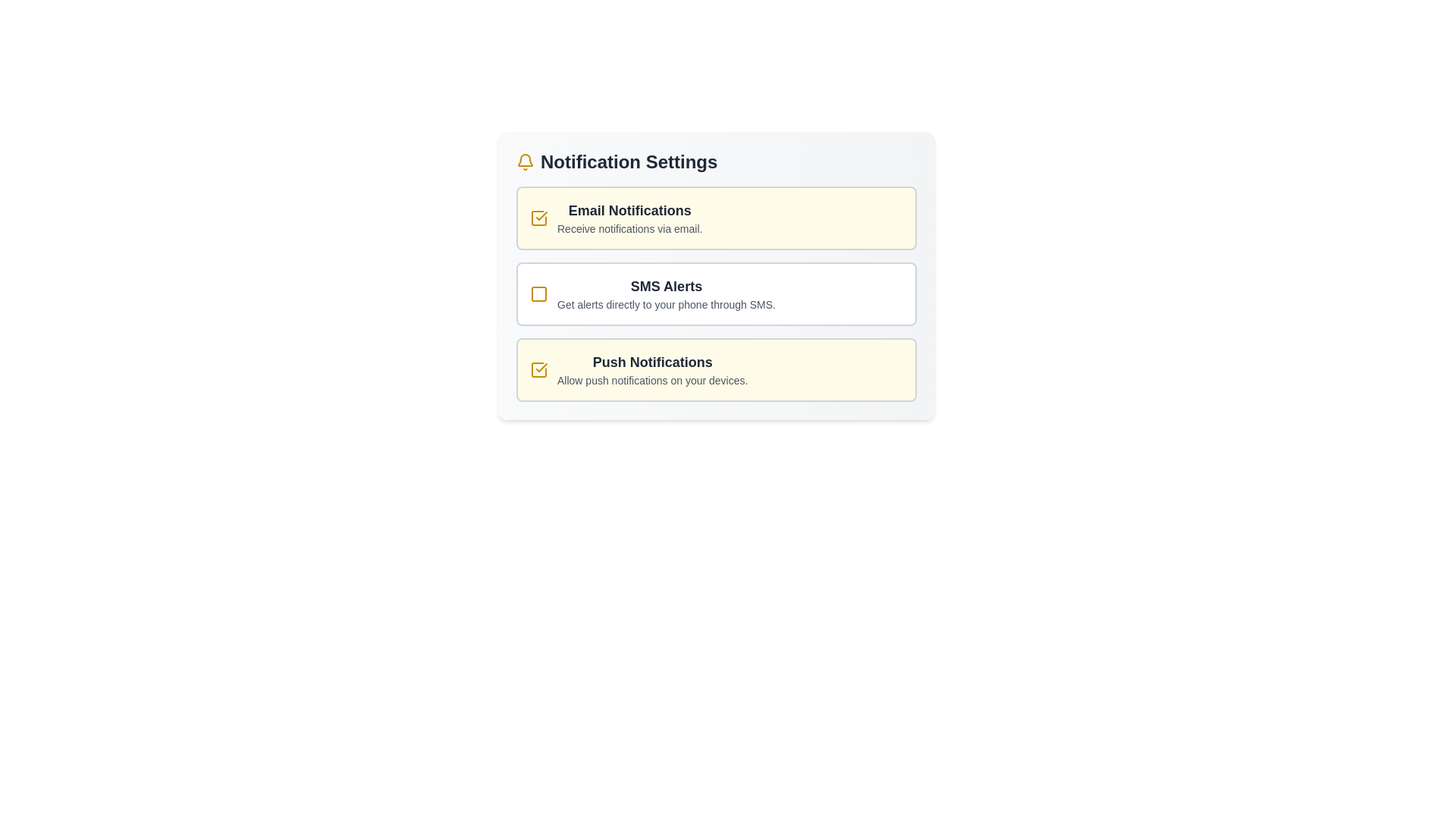 The height and width of the screenshot is (819, 1456). Describe the element at coordinates (538, 294) in the screenshot. I see `the checkbox indicating the state of 'SMS Alerts' in the Notification Settings interface` at that location.